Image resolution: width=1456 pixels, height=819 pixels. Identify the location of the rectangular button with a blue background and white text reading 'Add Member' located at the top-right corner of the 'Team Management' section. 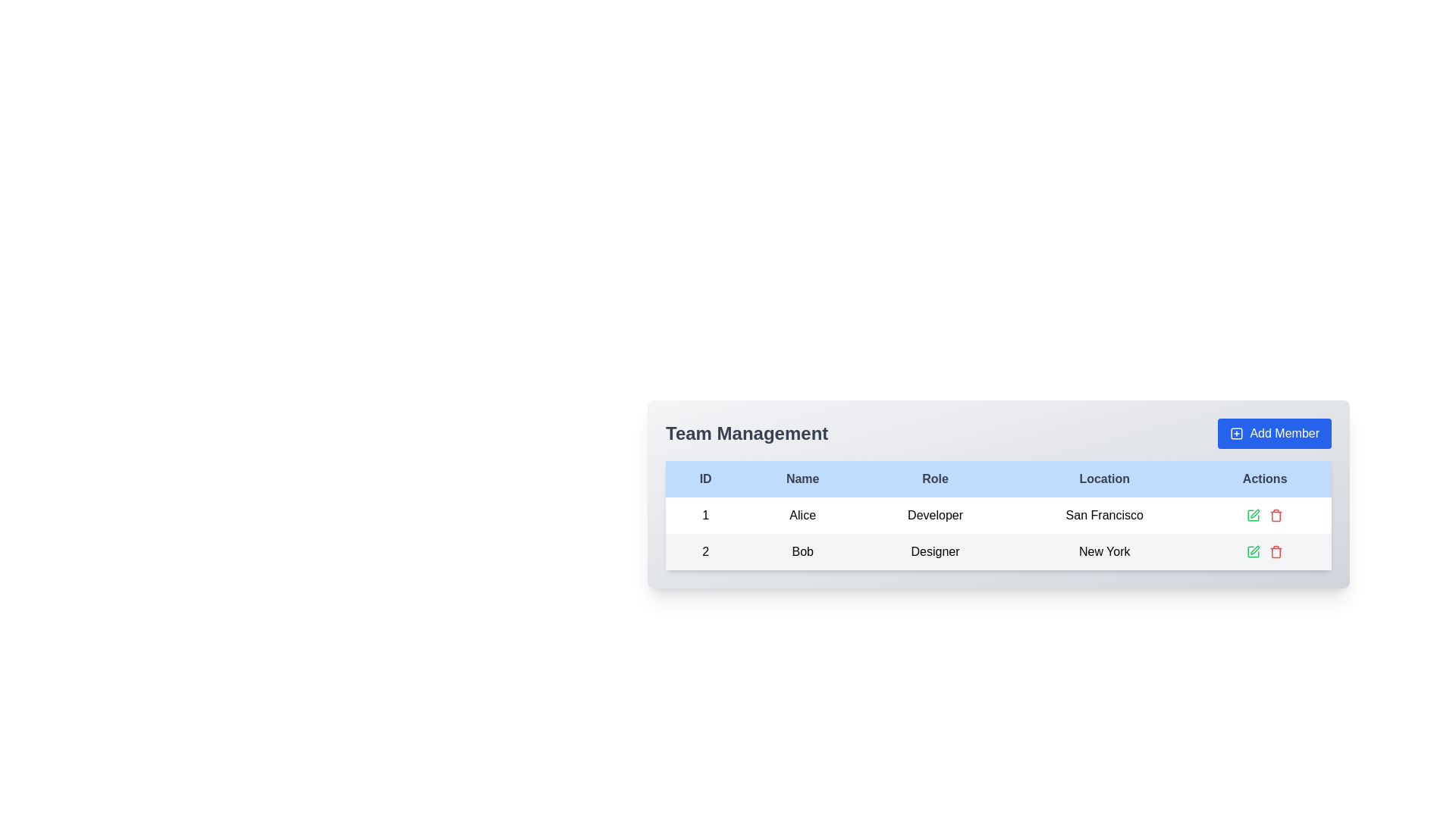
(1274, 433).